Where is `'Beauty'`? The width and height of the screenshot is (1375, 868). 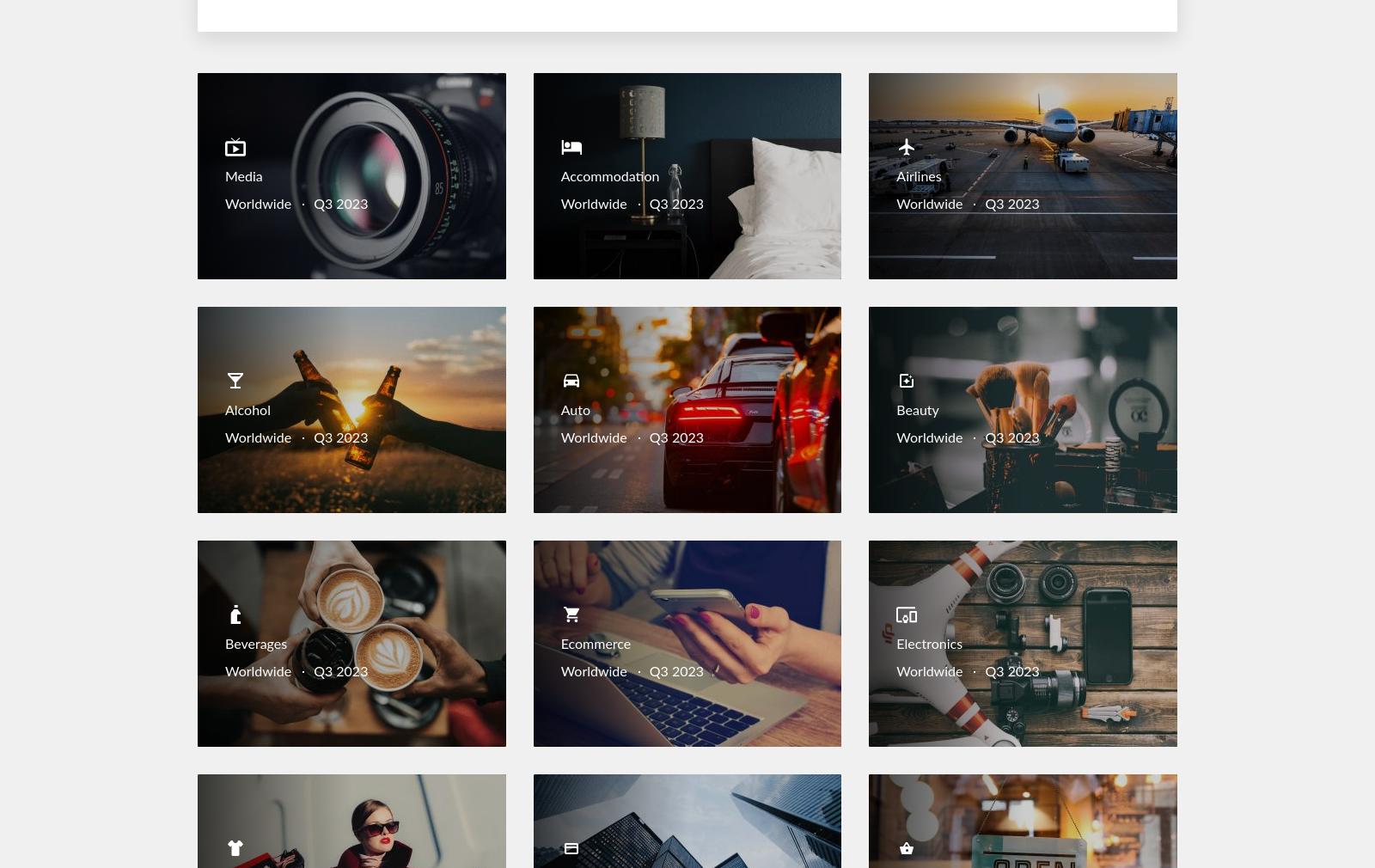
'Beauty' is located at coordinates (896, 411).